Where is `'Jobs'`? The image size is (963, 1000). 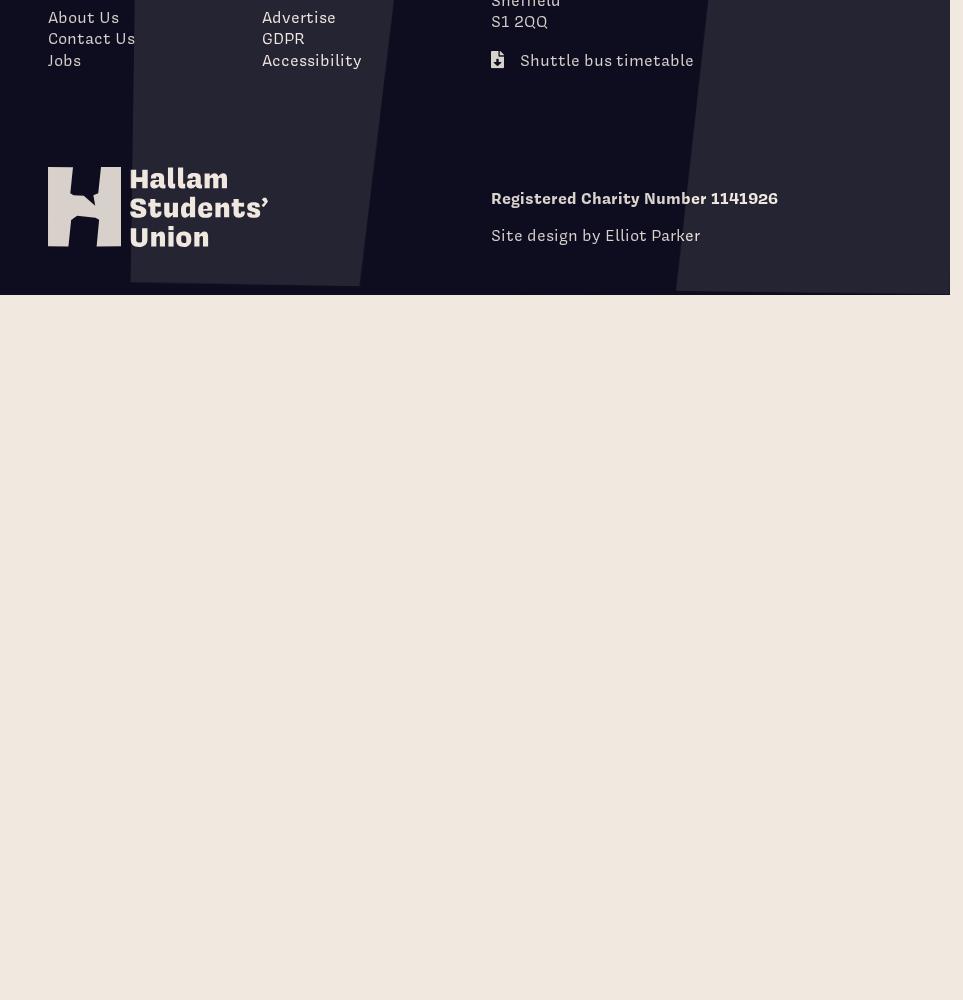 'Jobs' is located at coordinates (63, 59).